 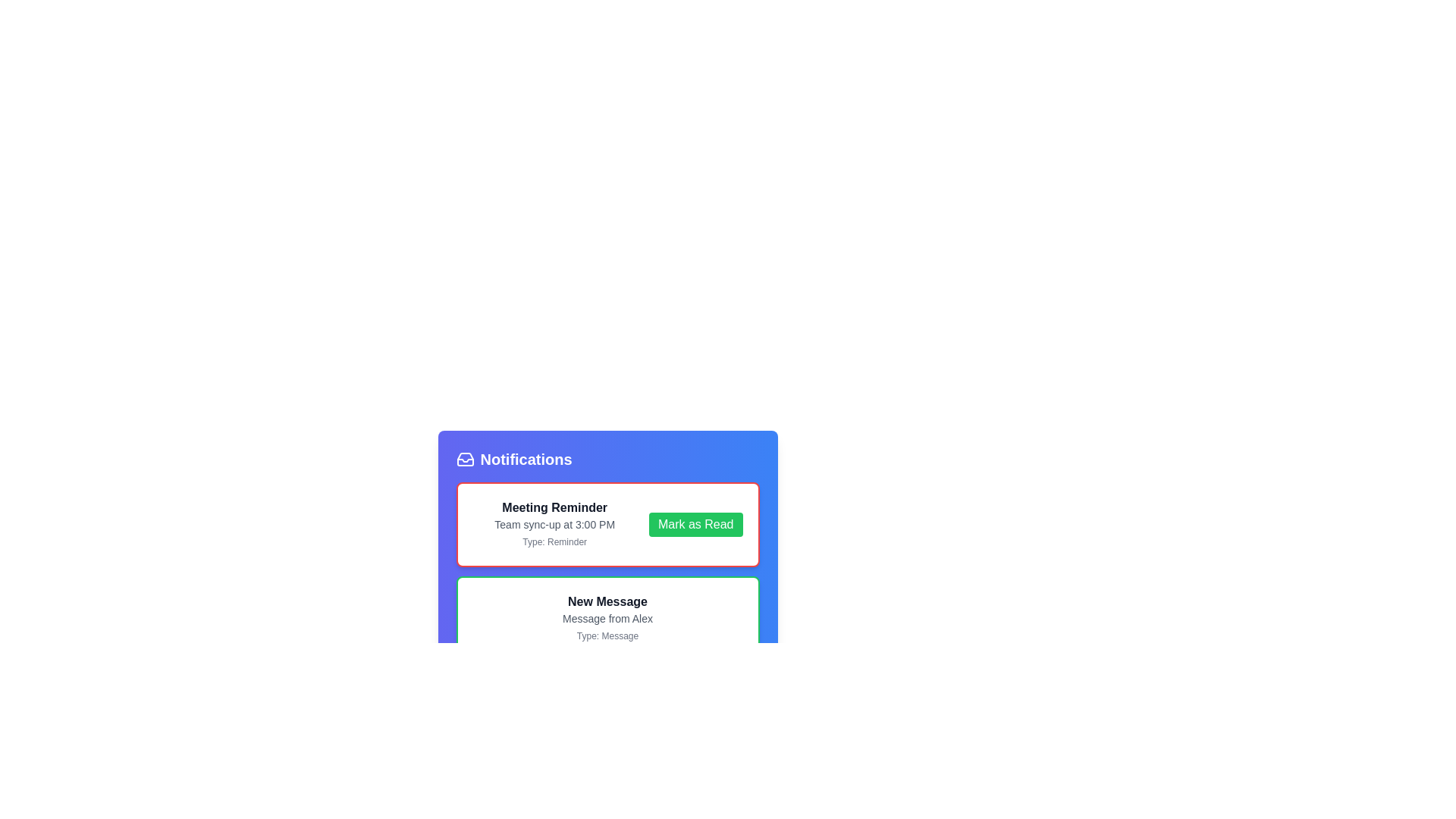 What do you see at coordinates (607, 601) in the screenshot?
I see `text label that serves as the header or title for the notification, which is centrally located below the 'Meeting Reminder' notification` at bounding box center [607, 601].